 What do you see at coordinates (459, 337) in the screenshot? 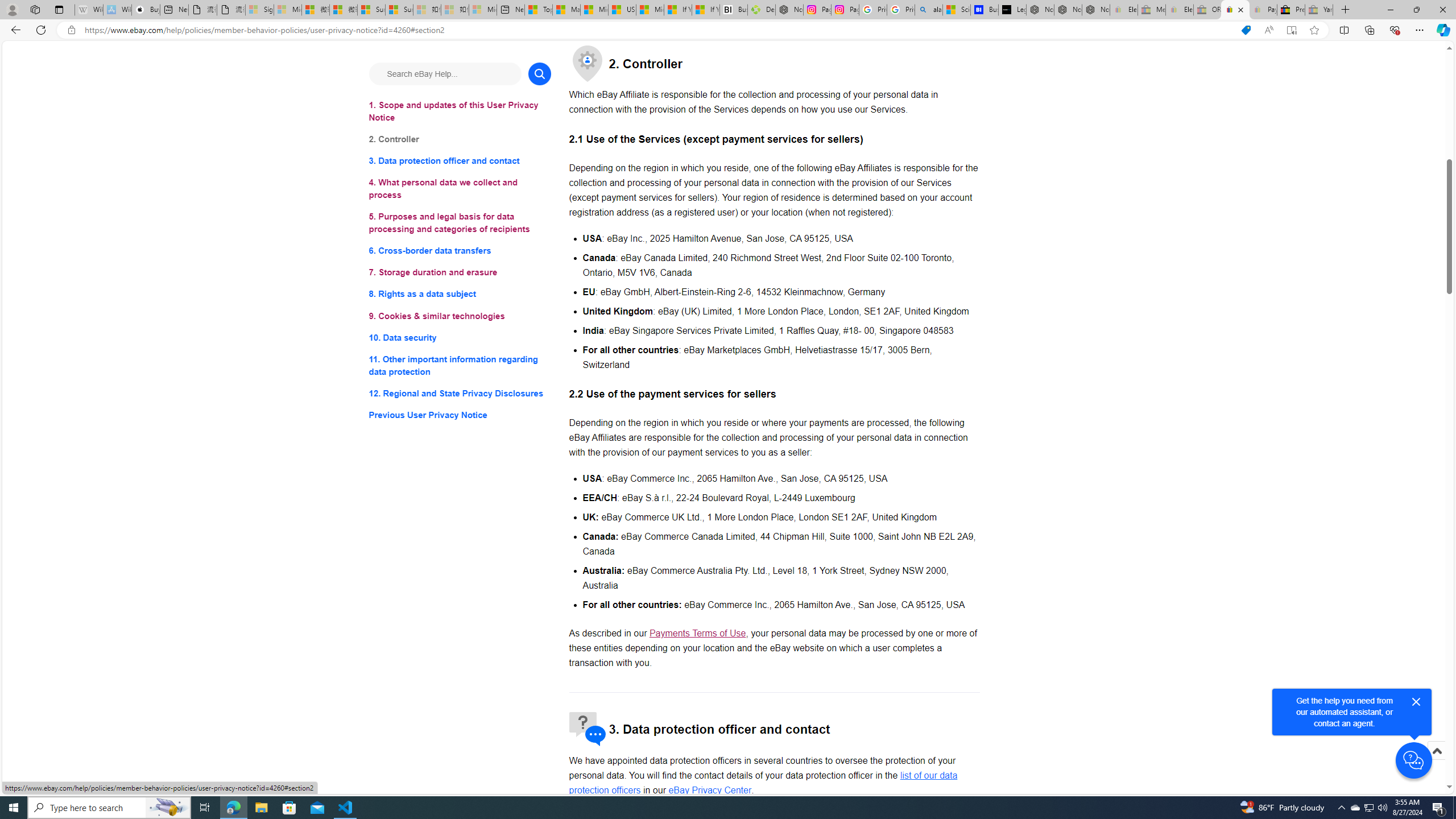
I see `'10. Data security'` at bounding box center [459, 337].